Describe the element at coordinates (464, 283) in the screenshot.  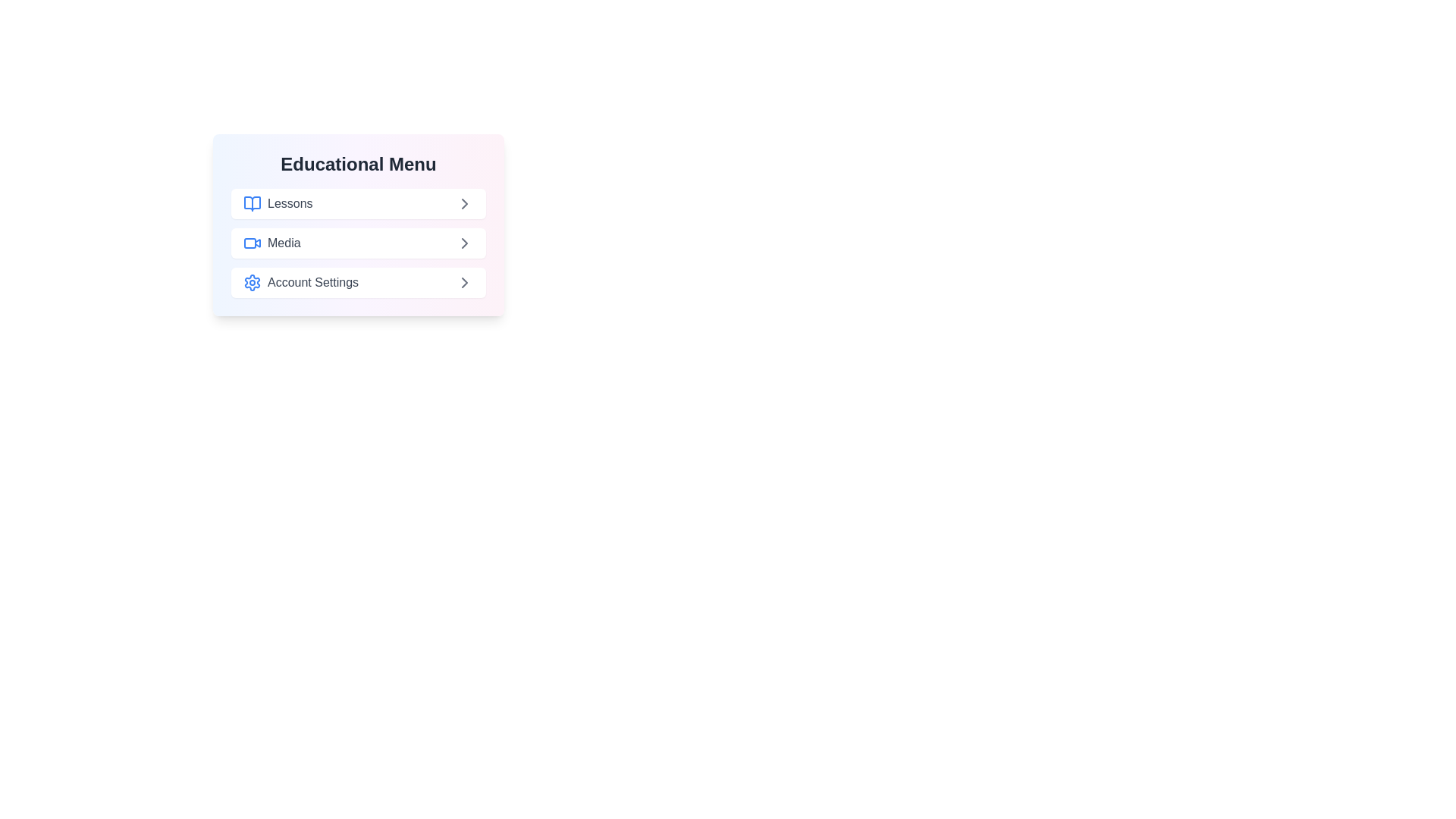
I see `the chevron arrow icon located at the far-right end of the 'Account Settings' menu item in the 'Educational Menu', which is the third item from the top` at that location.